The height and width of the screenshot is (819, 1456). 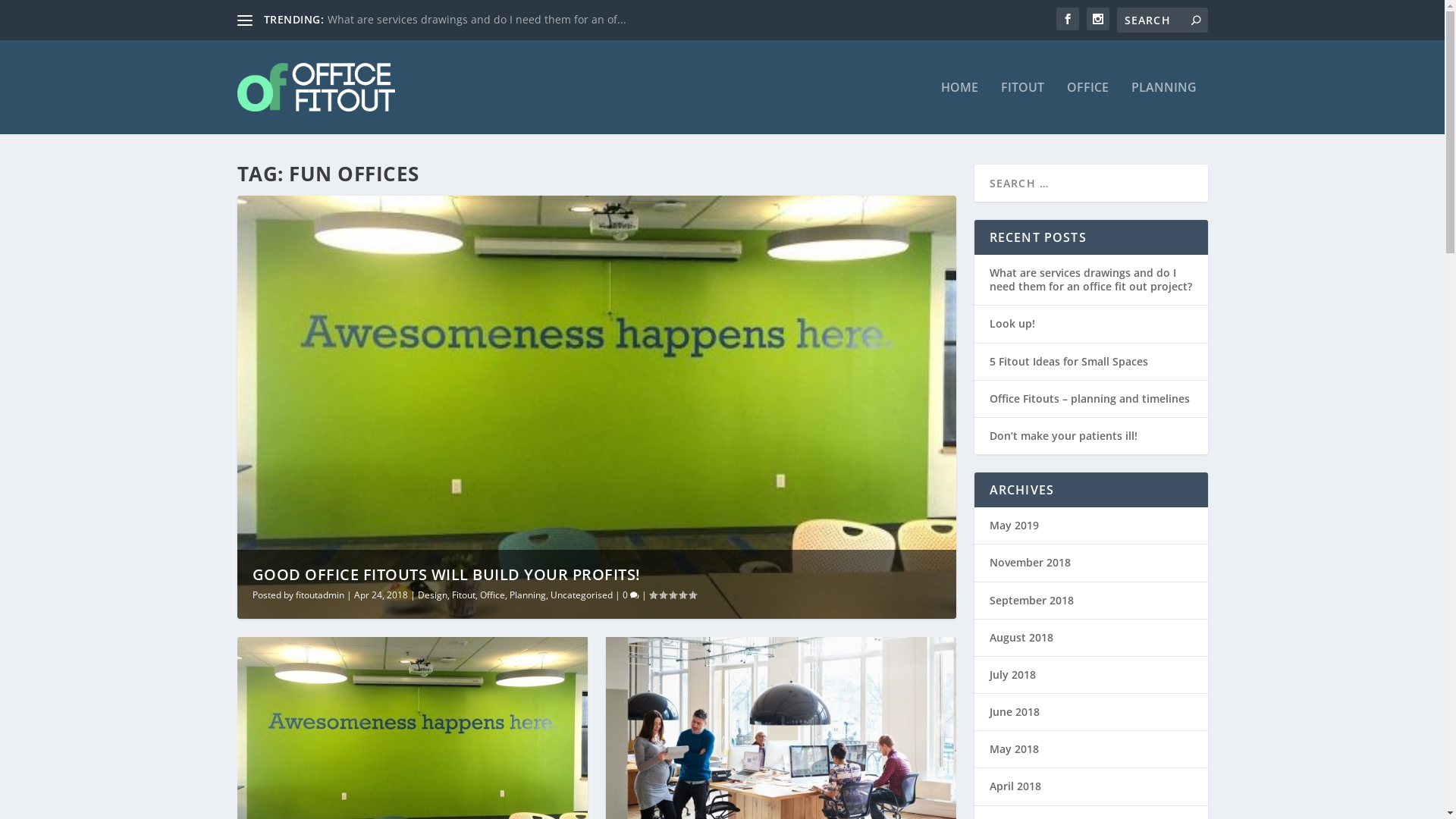 I want to click on 'November 2018', so click(x=989, y=562).